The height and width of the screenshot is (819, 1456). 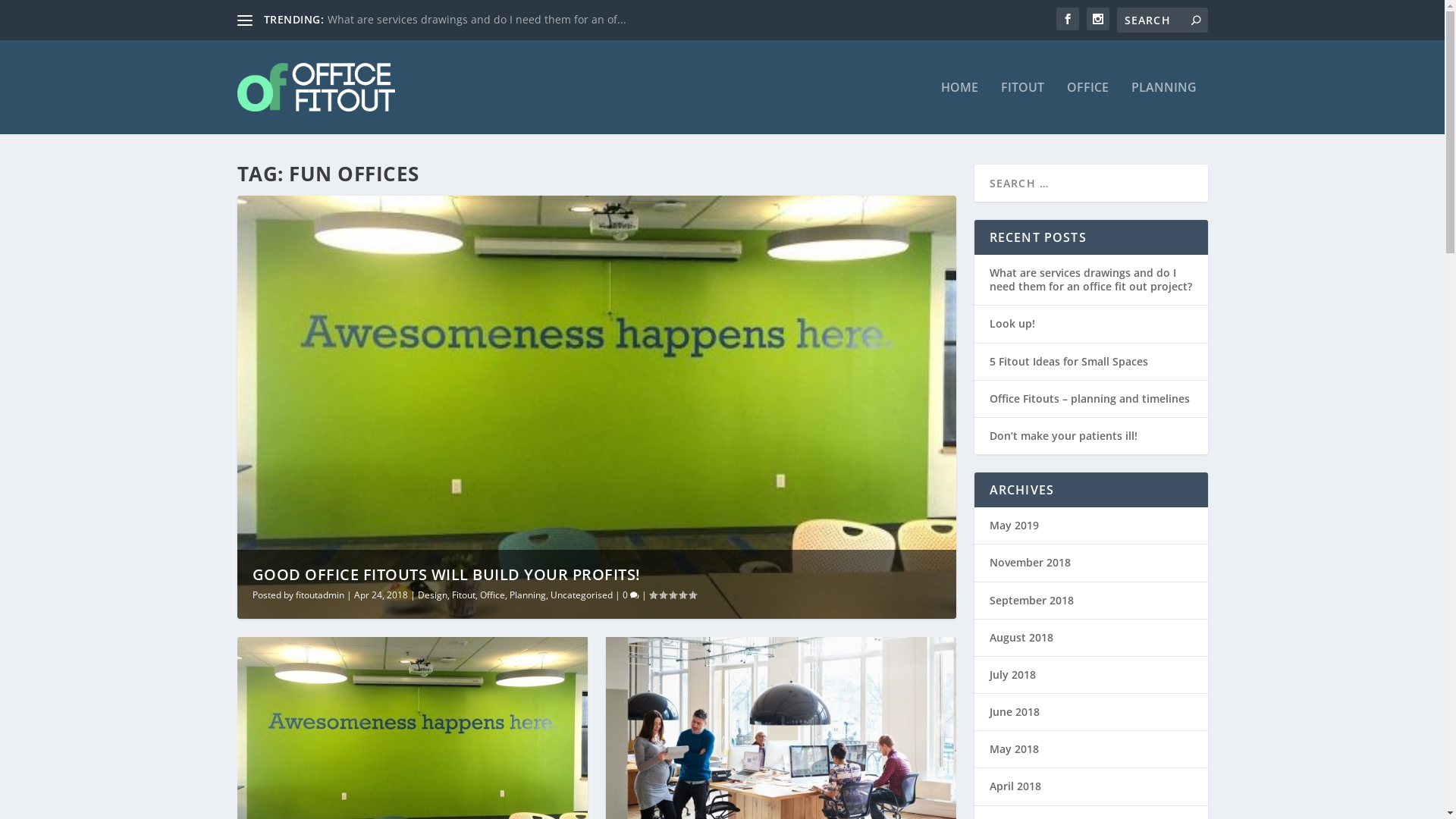 I want to click on 'November 2018', so click(x=989, y=562).